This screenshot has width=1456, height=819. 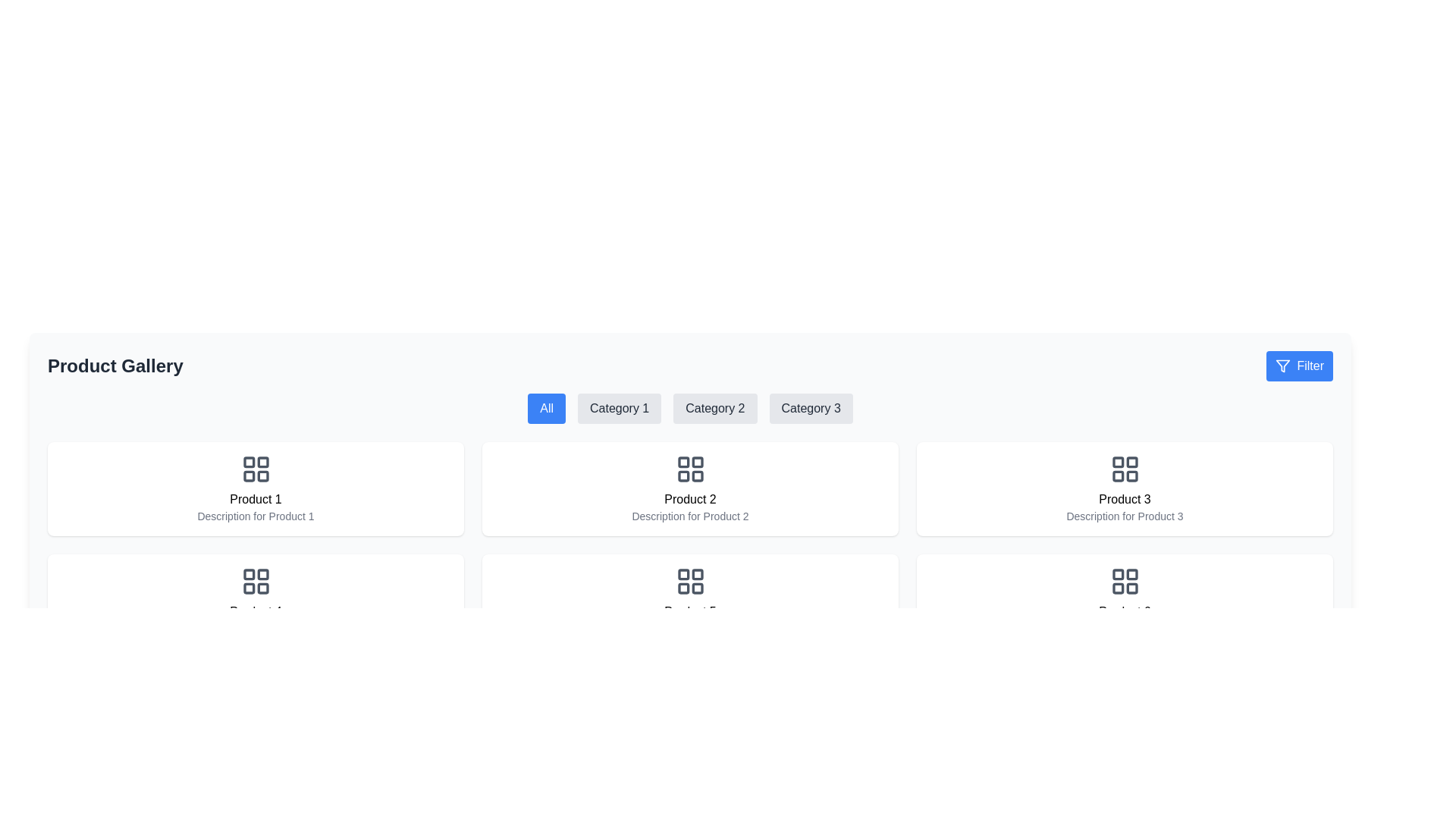 What do you see at coordinates (696, 574) in the screenshot?
I see `the second cell in the top row of a 2x2 grid, which is part of a decorative visual component within a product card in the gallery layout` at bounding box center [696, 574].